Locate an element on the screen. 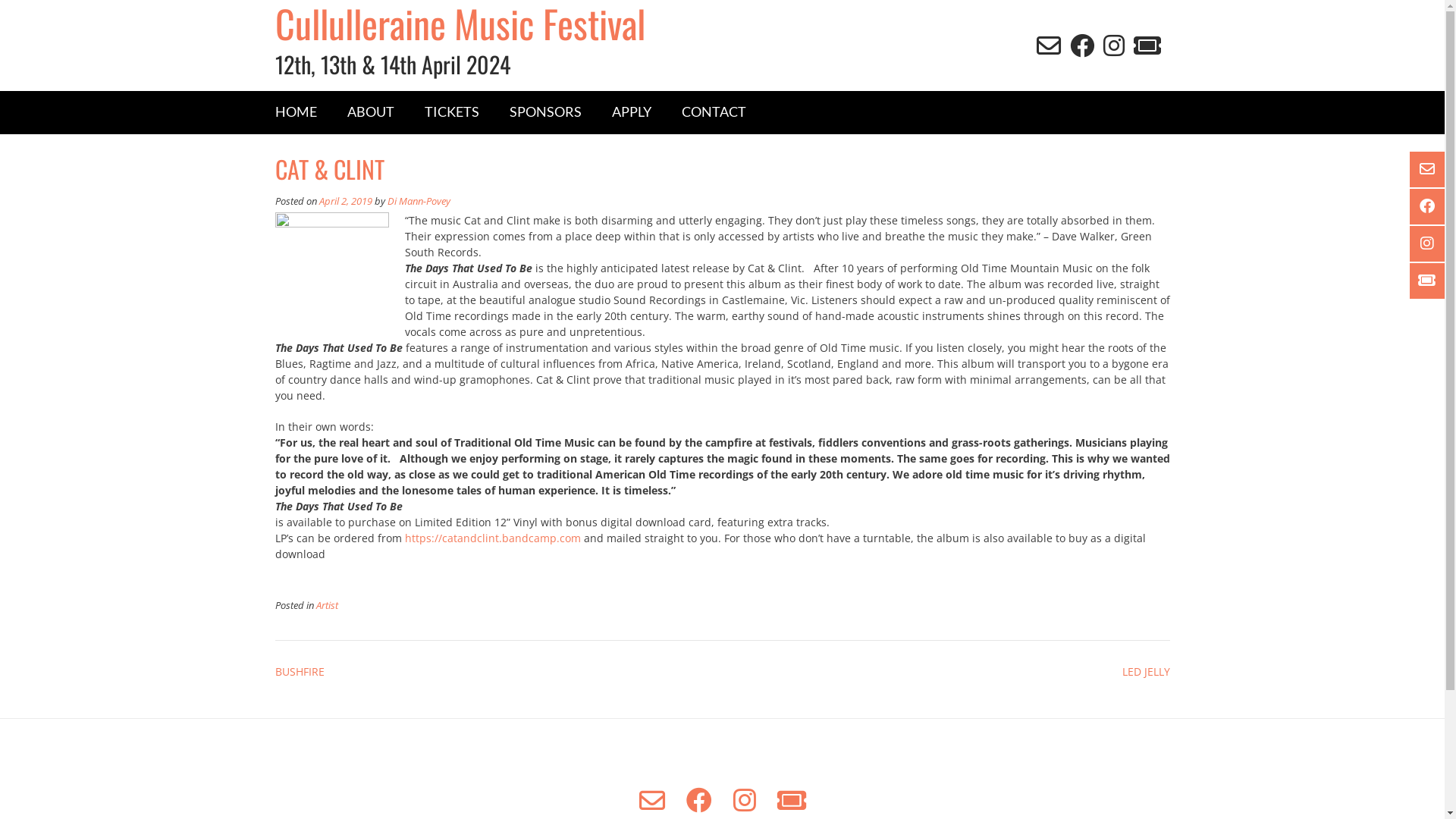 Image resolution: width=1456 pixels, height=819 pixels. 'April 2, 2019' is located at coordinates (344, 200).